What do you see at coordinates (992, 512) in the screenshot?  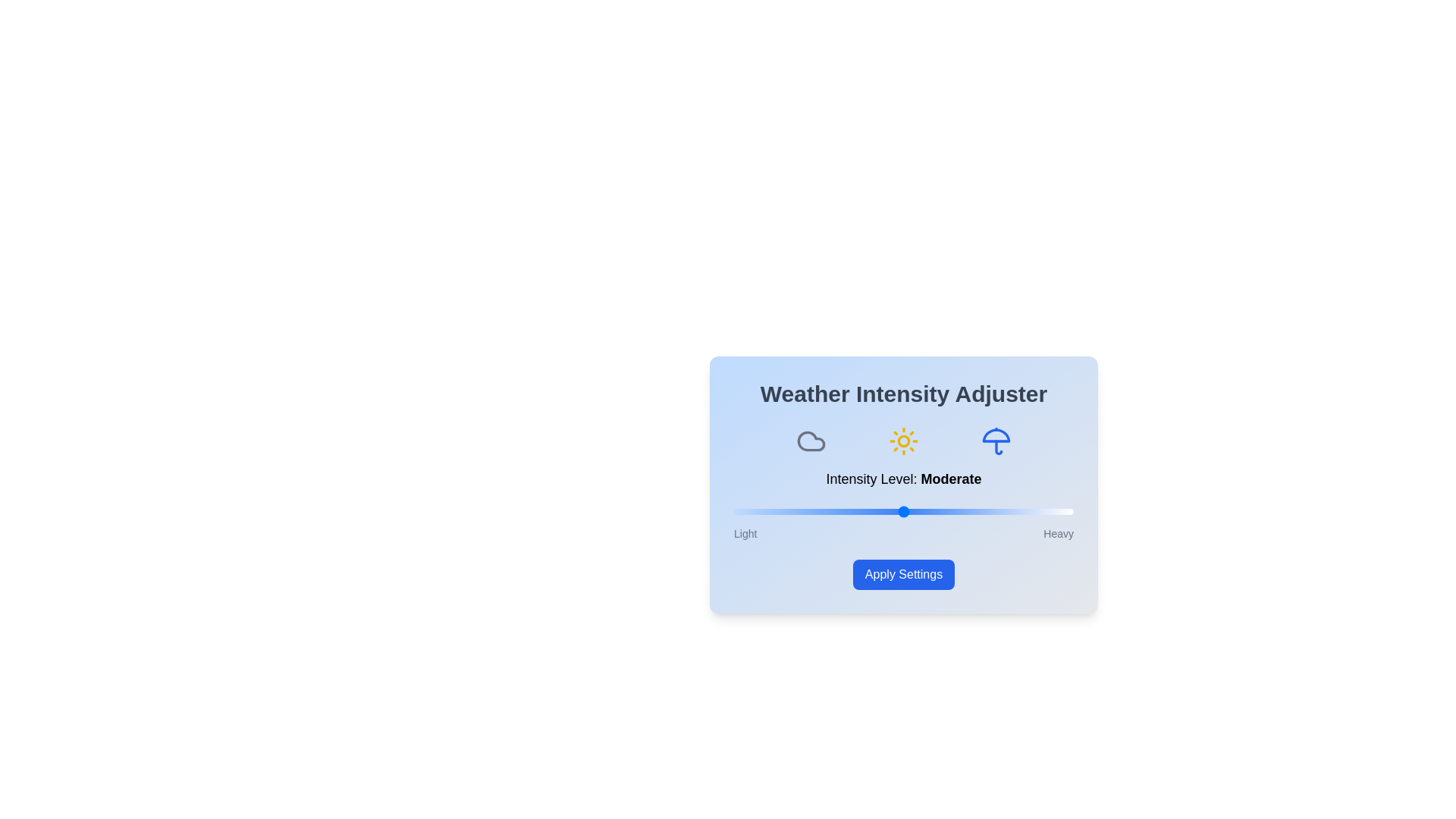 I see `the weather intensity slider to 76%` at bounding box center [992, 512].